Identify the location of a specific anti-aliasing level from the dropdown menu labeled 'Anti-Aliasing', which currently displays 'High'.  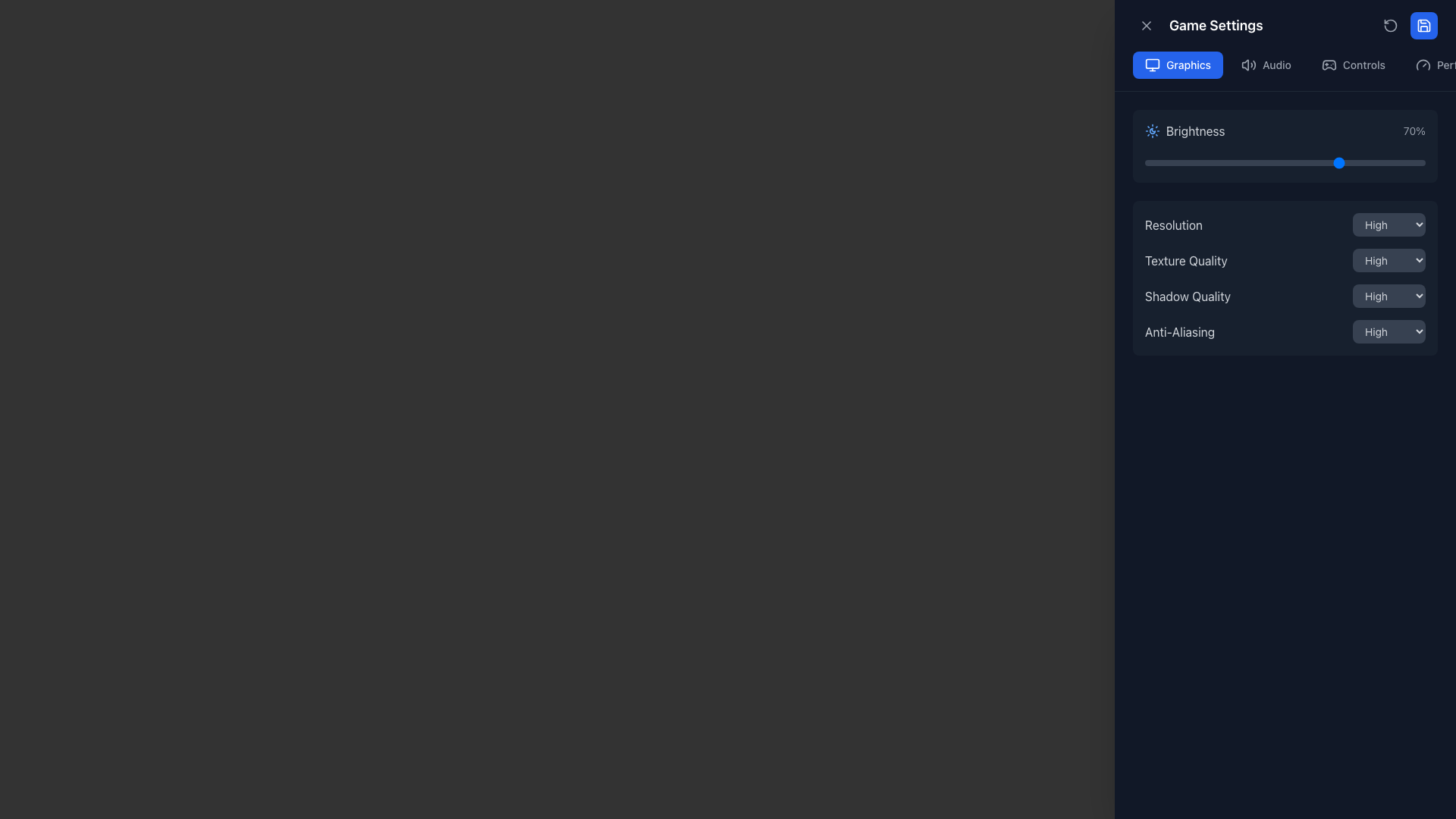
(1284, 331).